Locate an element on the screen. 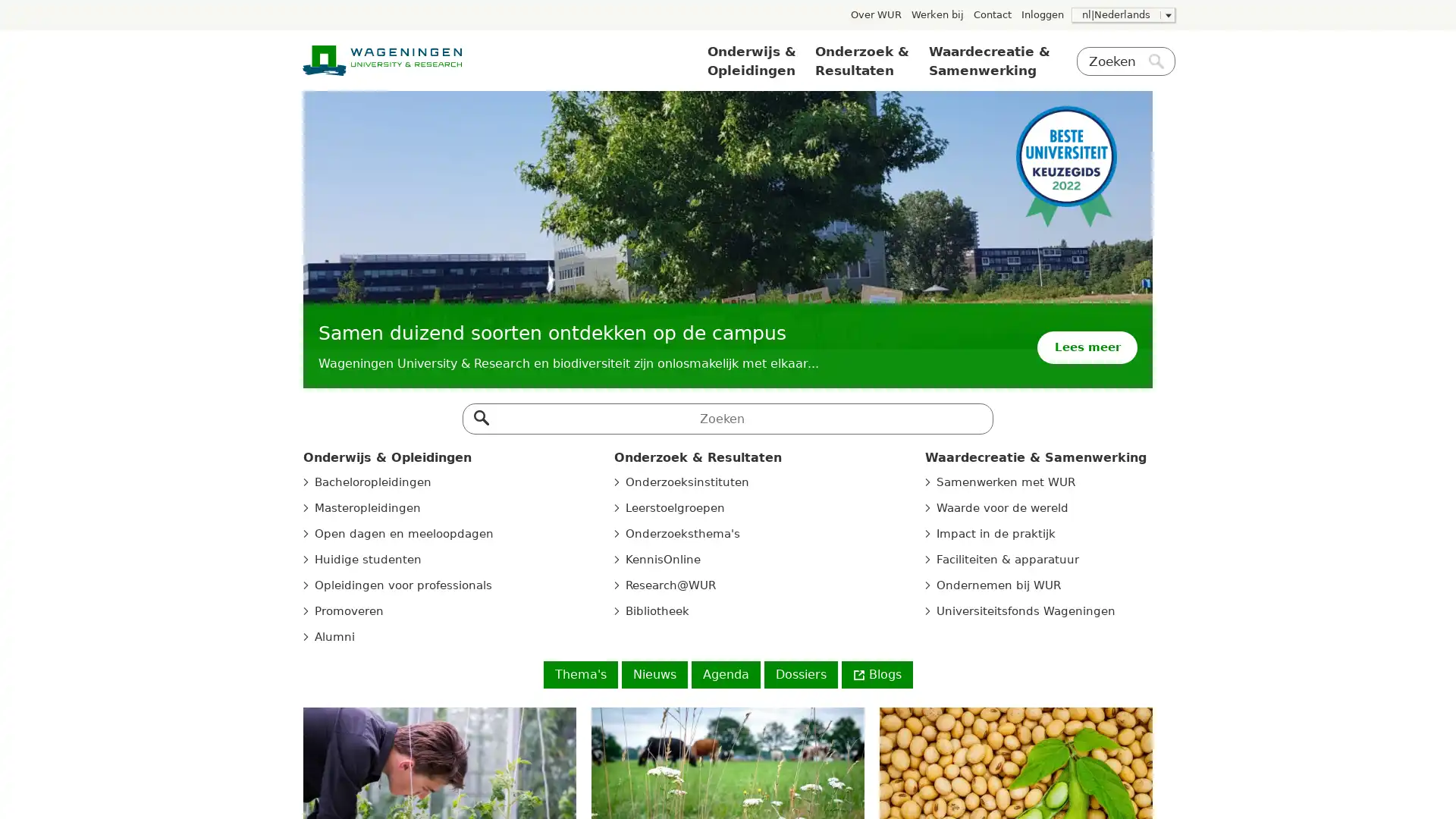 The height and width of the screenshot is (819, 1456). Zoek is located at coordinates (1156, 63).